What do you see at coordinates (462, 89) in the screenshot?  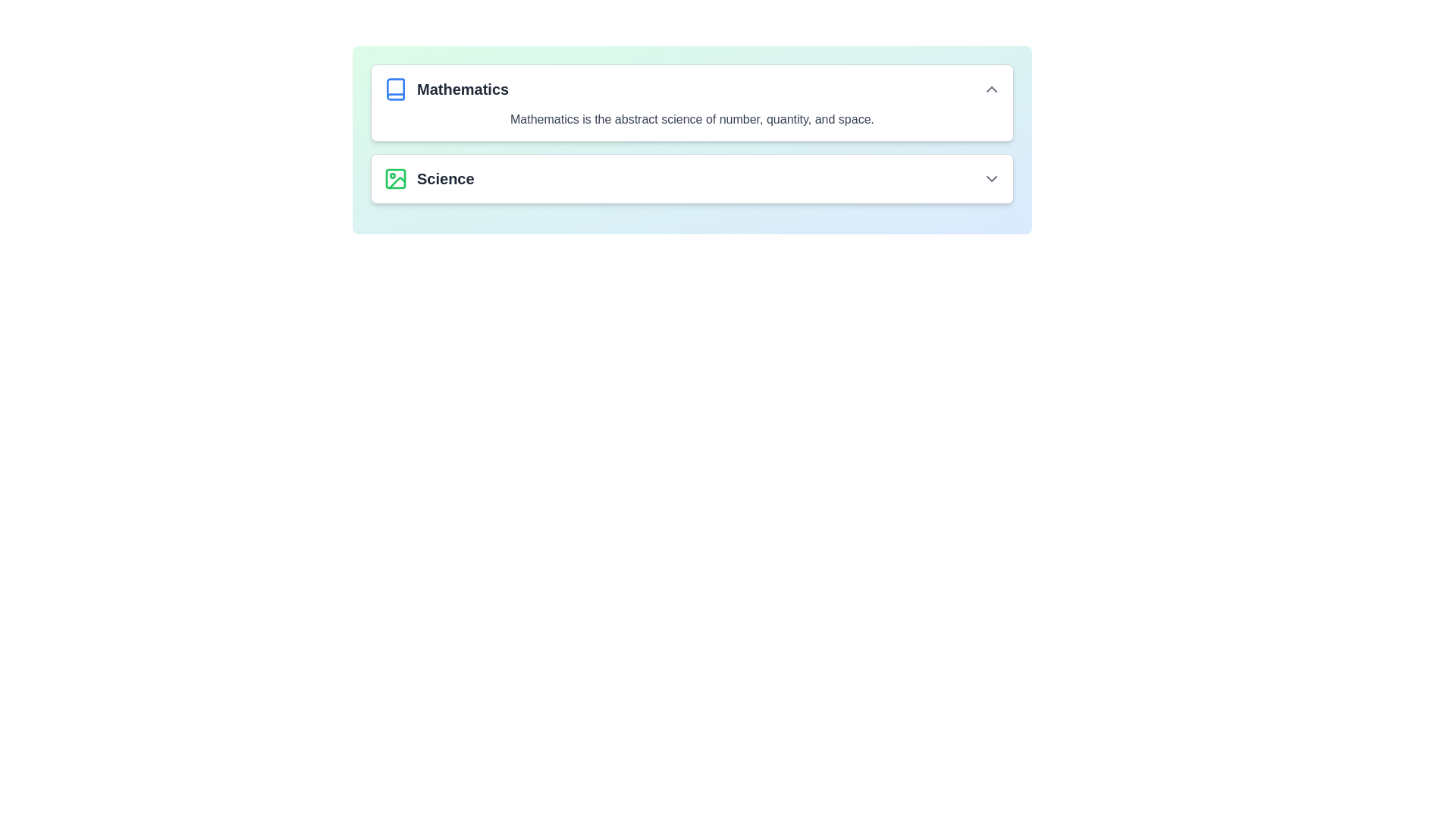 I see `title 'Mathematics', which is a bold text label in dark gray color located to the right of a blue book icon in the top-left section of the interface` at bounding box center [462, 89].